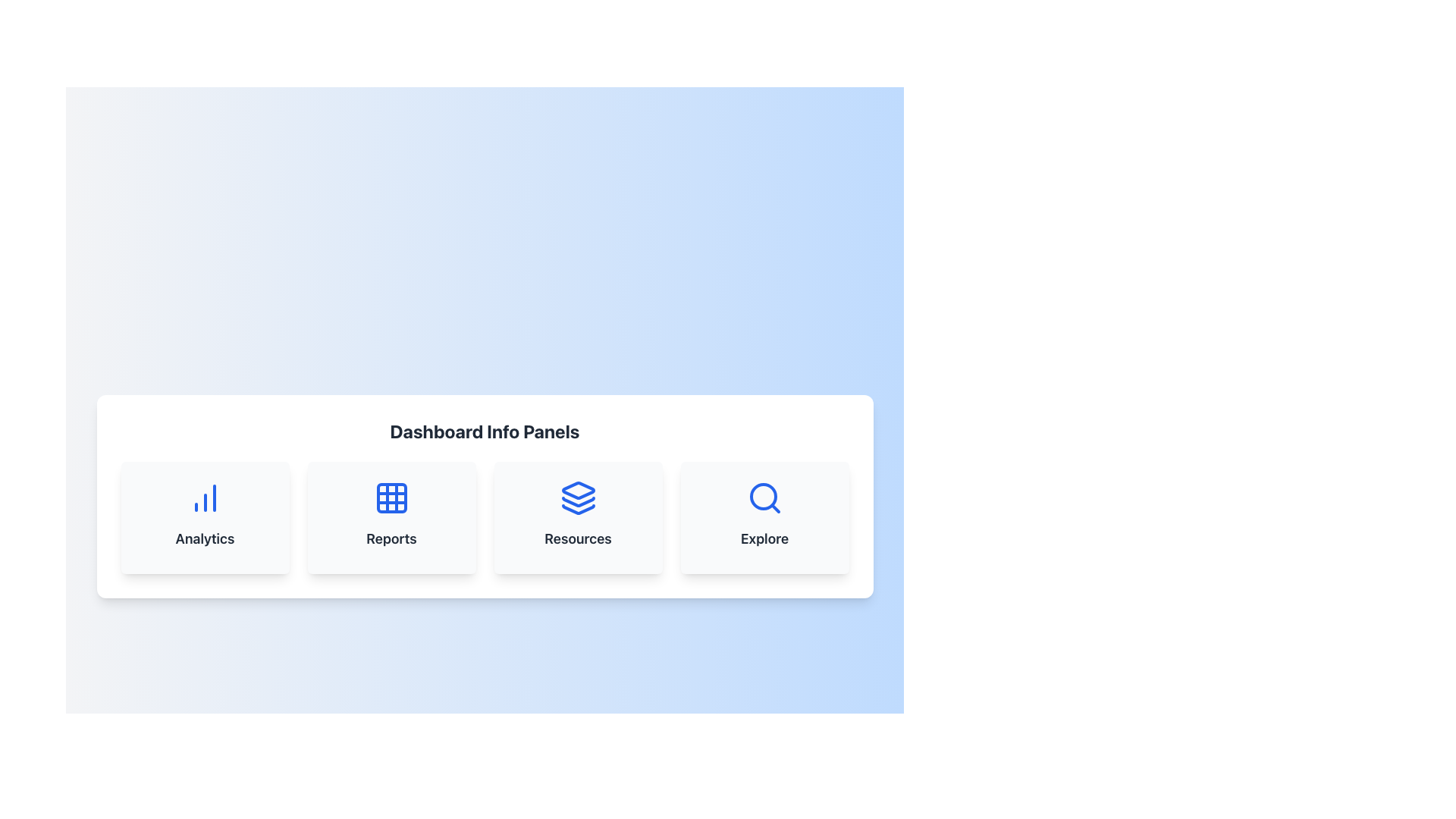 This screenshot has height=819, width=1456. What do you see at coordinates (391, 497) in the screenshot?
I see `the grid icon above the text 'Reports' in the Dashboard Info Panels section` at bounding box center [391, 497].